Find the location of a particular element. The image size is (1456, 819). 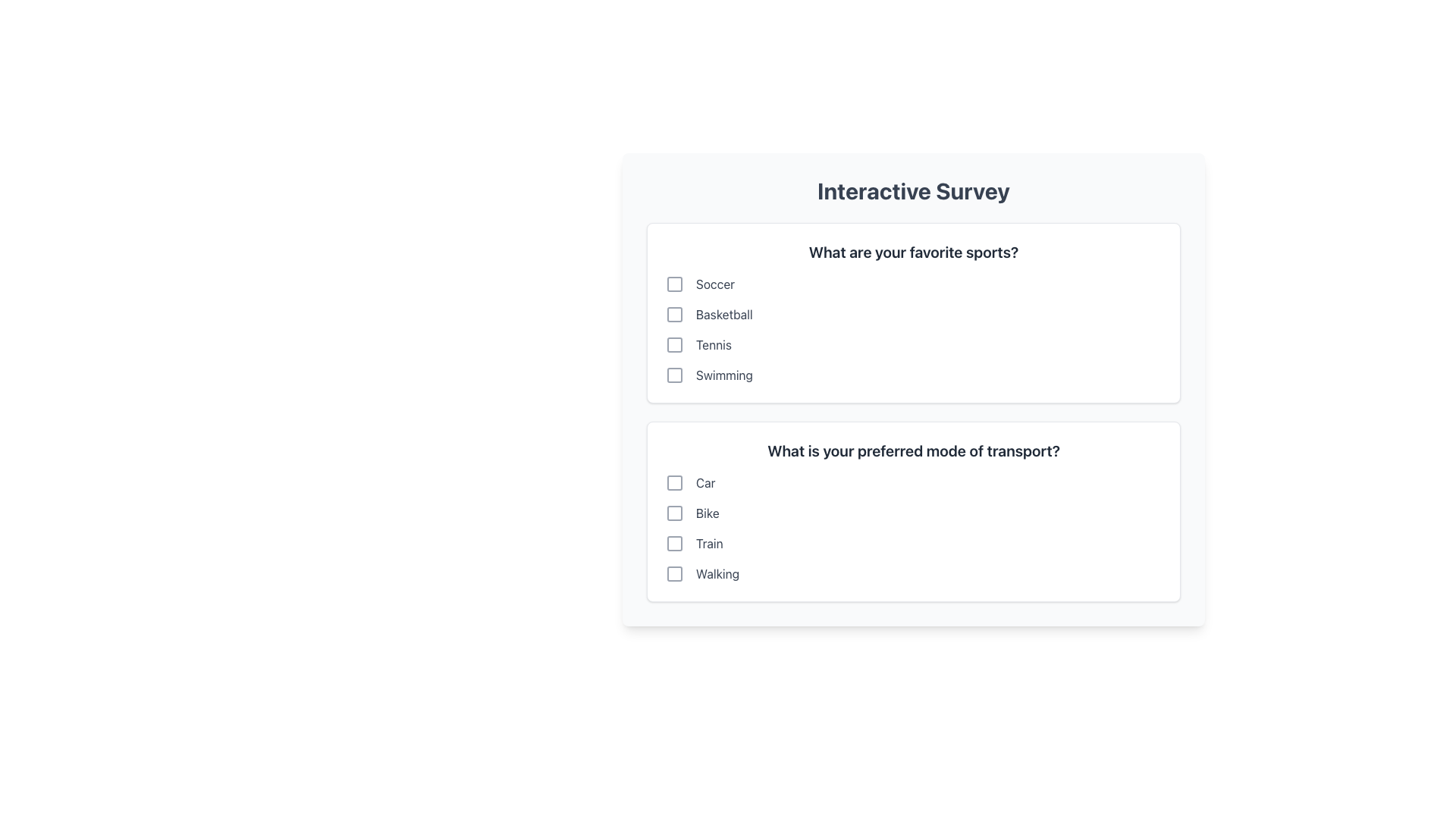

the checkbox that represents the choice 'Car', located to the left of the label 'Car' under the section 'What is your preferred mode of transport?' is located at coordinates (673, 482).